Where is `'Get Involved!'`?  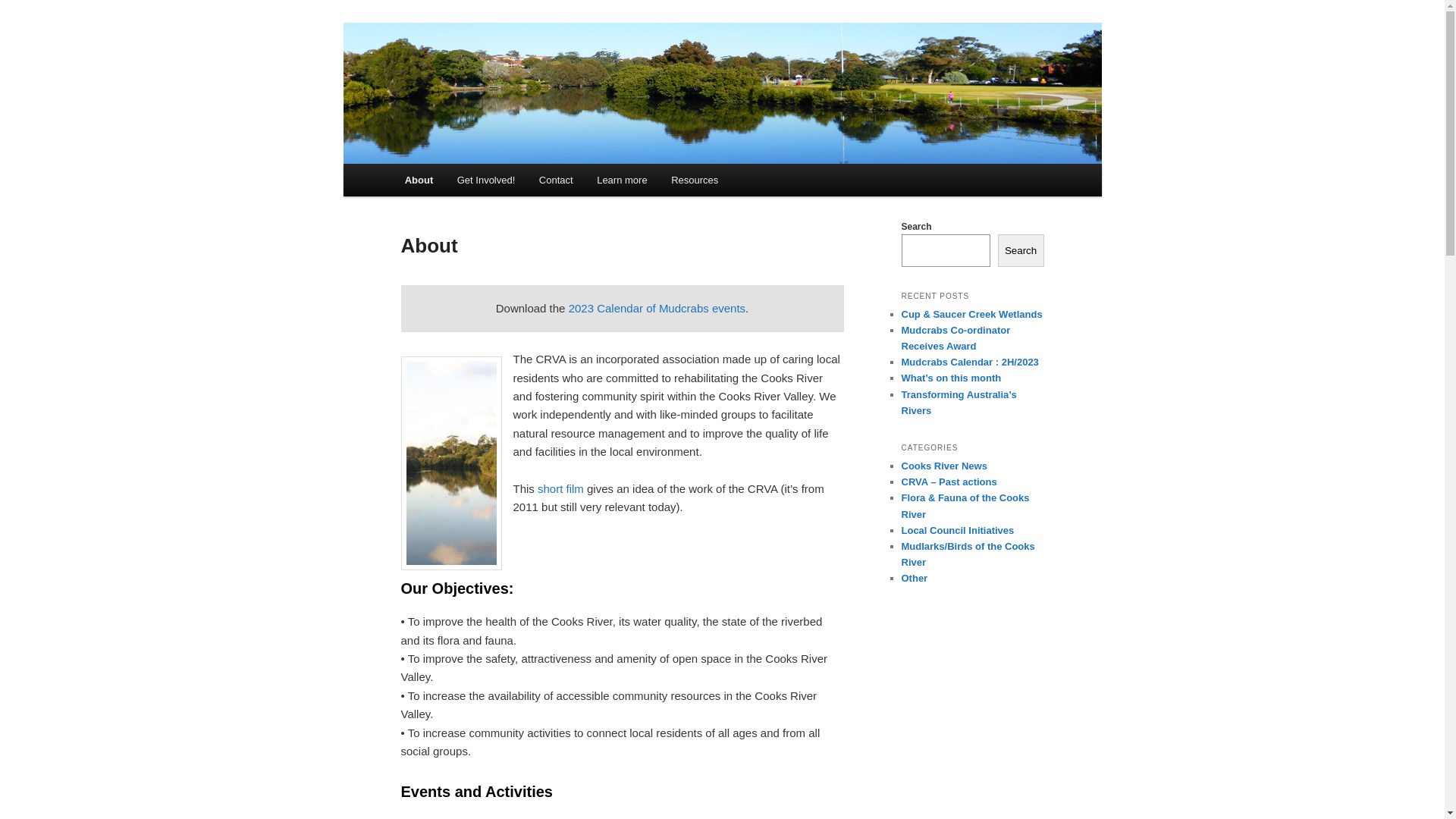
'Get Involved!' is located at coordinates (486, 179).